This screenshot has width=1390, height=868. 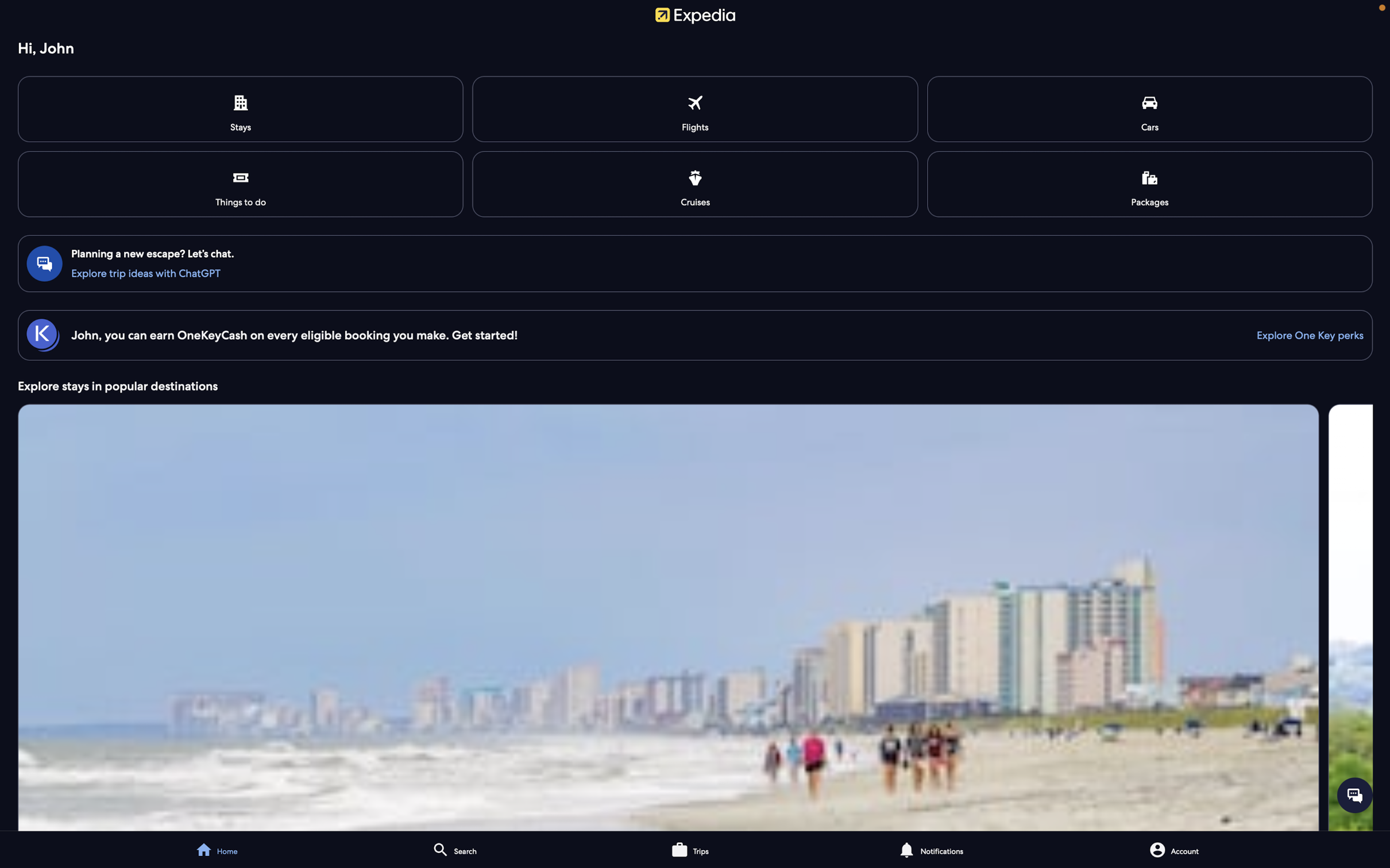 What do you see at coordinates (2001600, 1108870) in the screenshot?
I see `Visit and browse popular stay options` at bounding box center [2001600, 1108870].